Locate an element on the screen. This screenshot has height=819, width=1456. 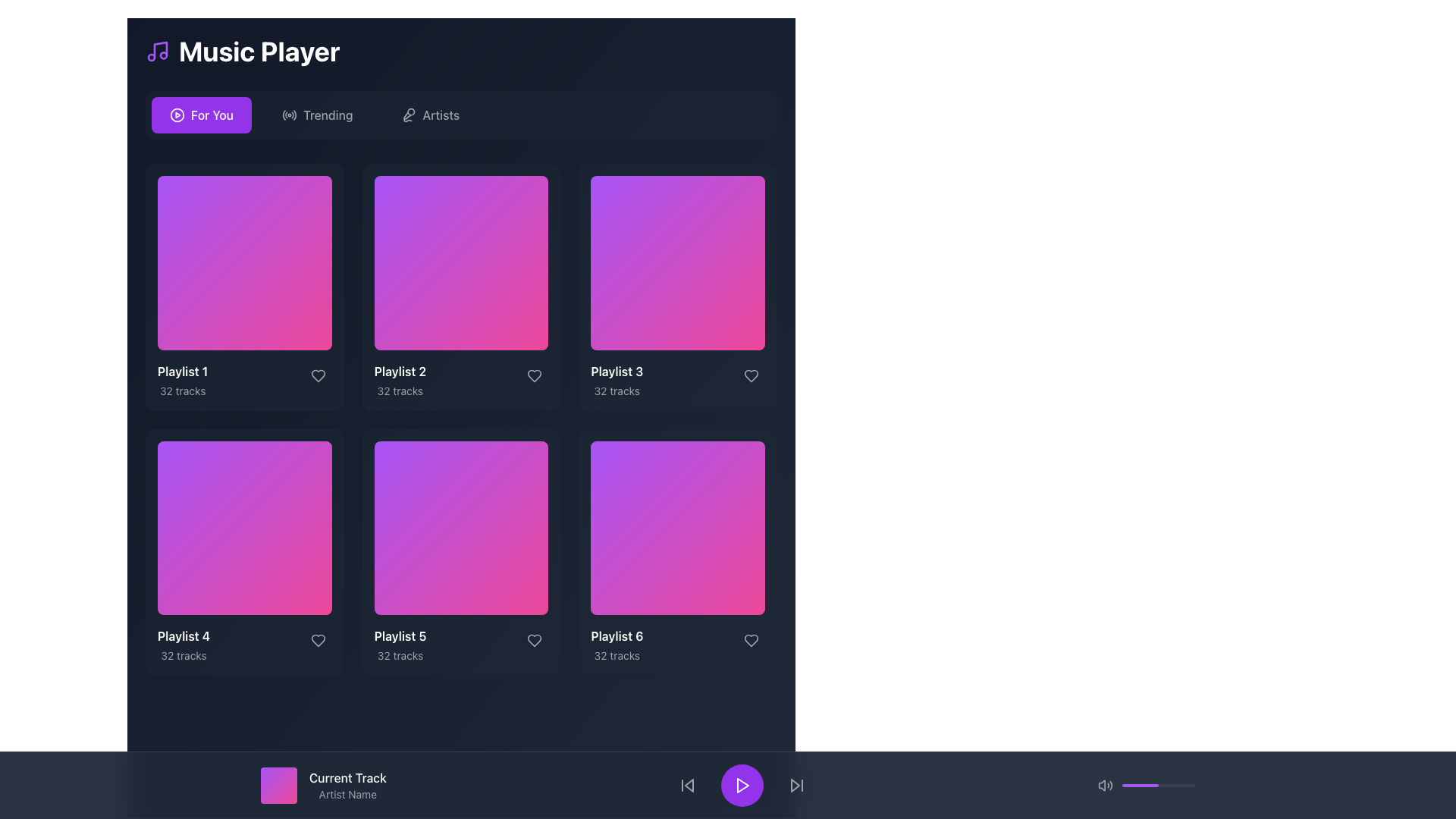
text information from the Text Block containing 'Playlist 4' in bold white font and '32 tracks' in smaller gray text, located in the bottom left cell of a 2x3 grid layout is located at coordinates (183, 645).